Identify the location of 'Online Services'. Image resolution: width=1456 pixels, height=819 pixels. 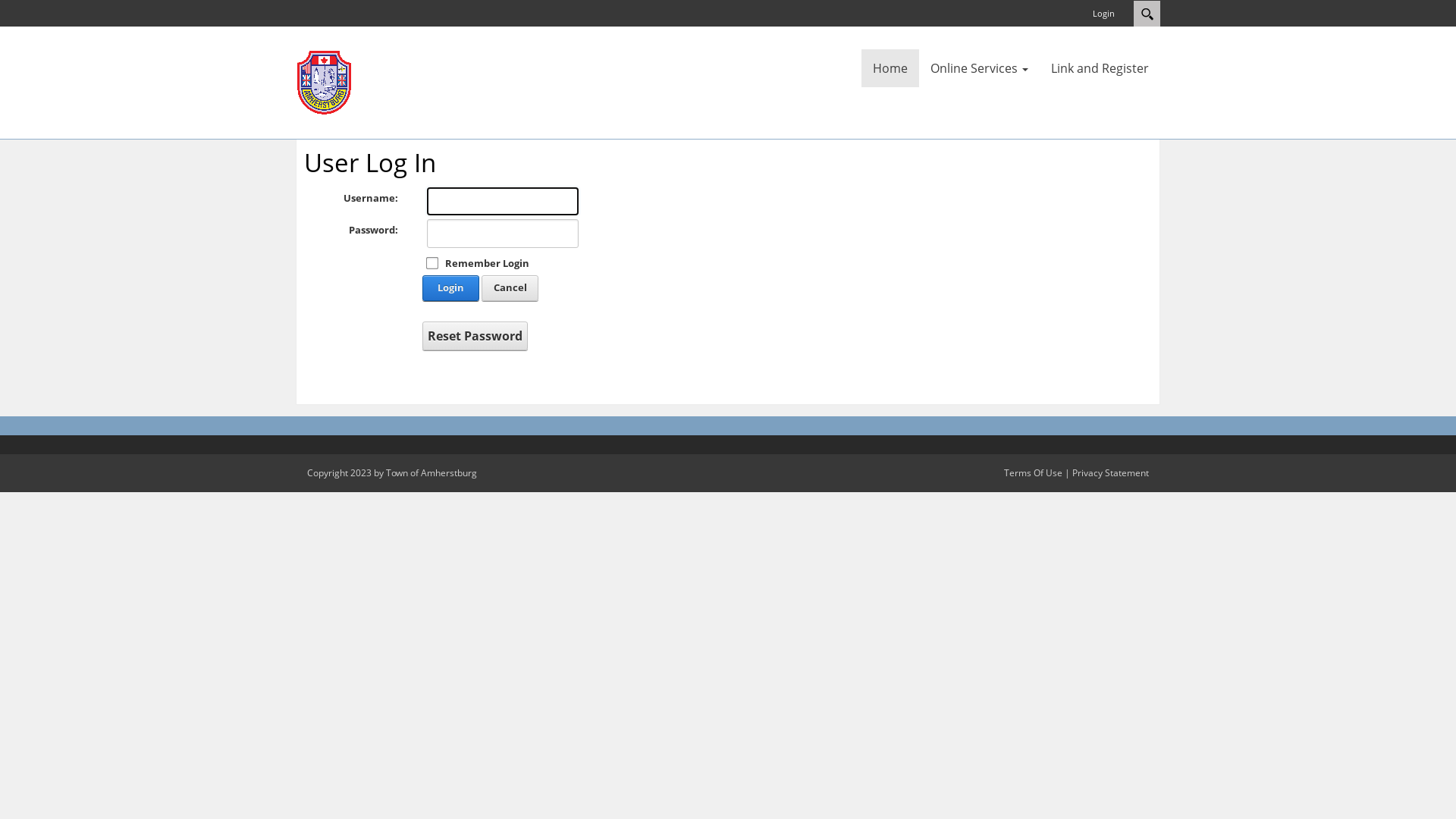
(979, 67).